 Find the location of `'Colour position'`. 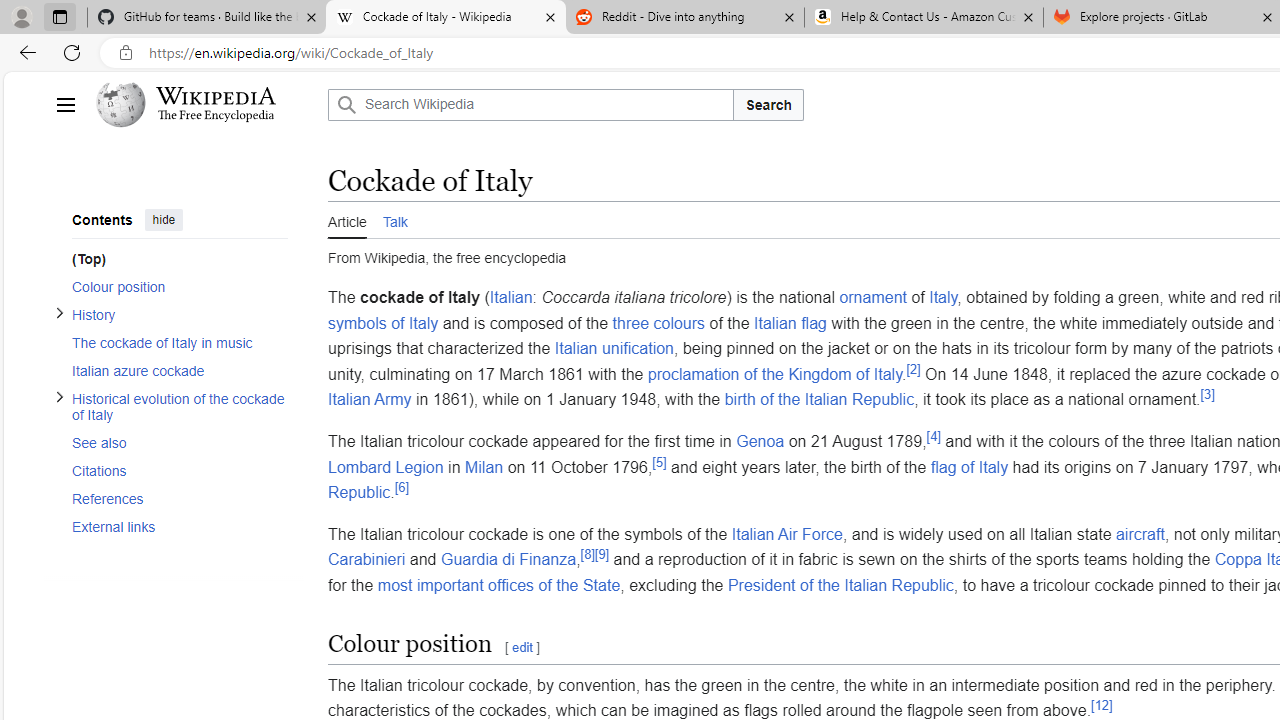

'Colour position' is located at coordinates (179, 286).